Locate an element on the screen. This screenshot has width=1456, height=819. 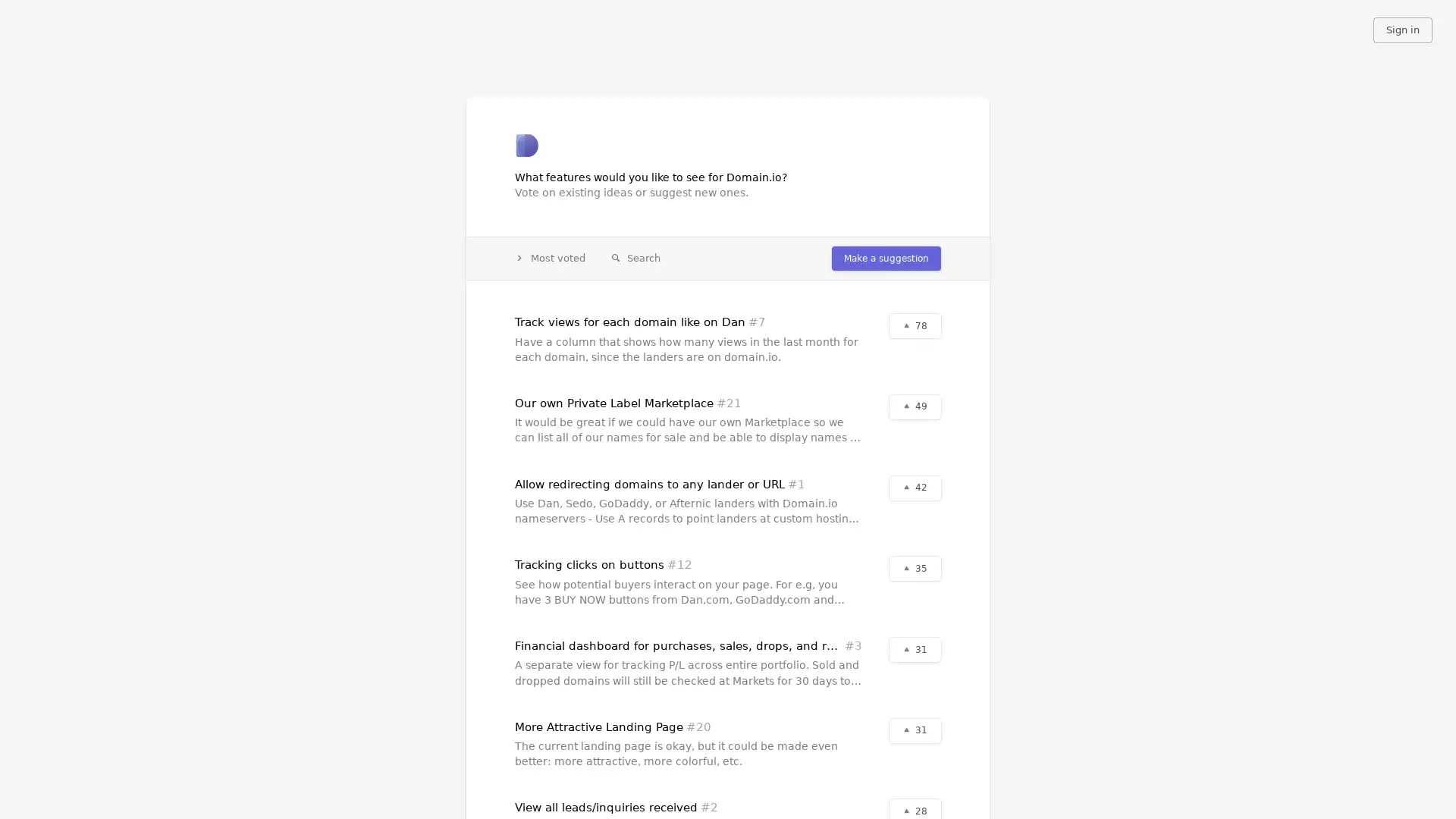
49 is located at coordinates (914, 406).